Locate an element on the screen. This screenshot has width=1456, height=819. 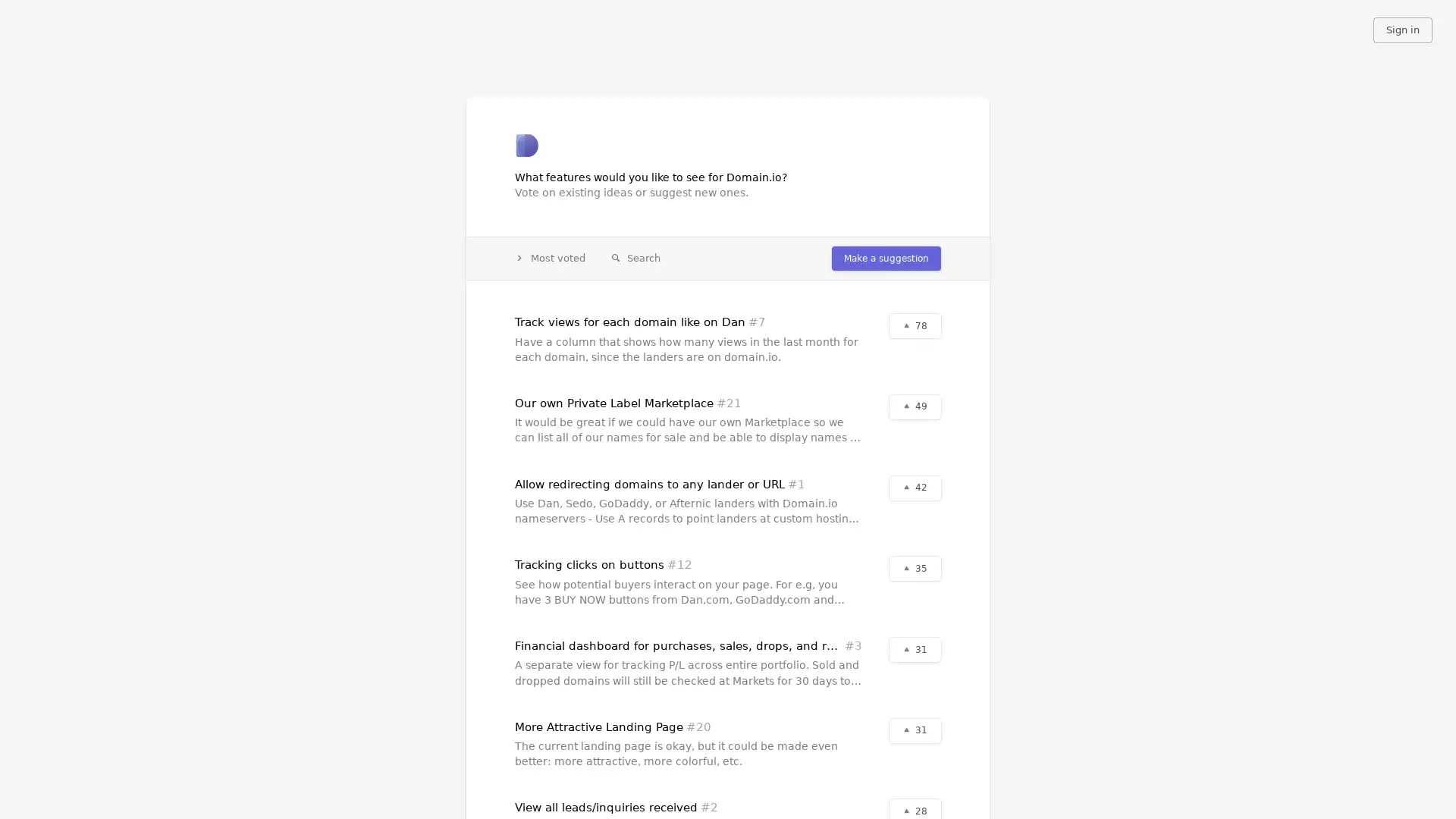
49 is located at coordinates (914, 406).